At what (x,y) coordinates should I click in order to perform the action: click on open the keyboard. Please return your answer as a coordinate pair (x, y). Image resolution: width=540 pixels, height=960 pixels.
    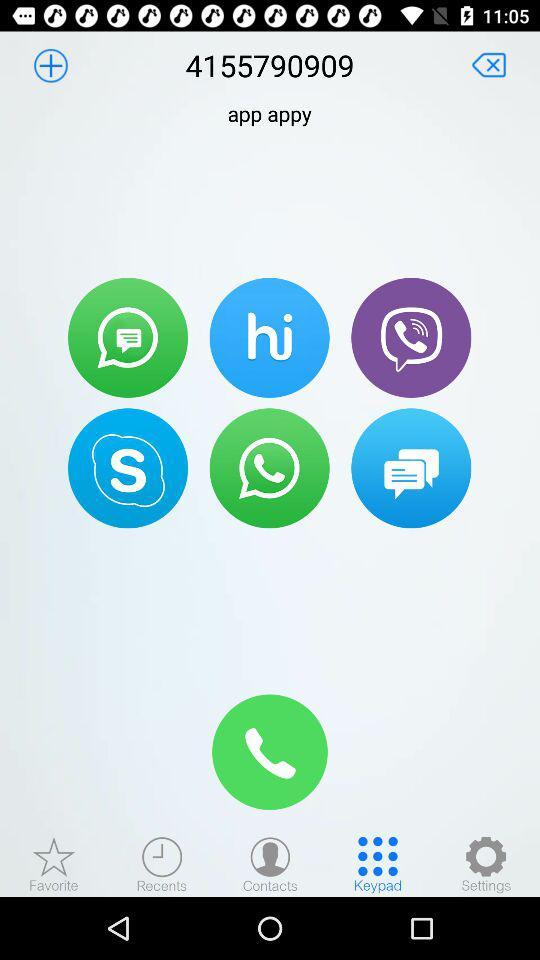
    Looking at the image, I should click on (378, 863).